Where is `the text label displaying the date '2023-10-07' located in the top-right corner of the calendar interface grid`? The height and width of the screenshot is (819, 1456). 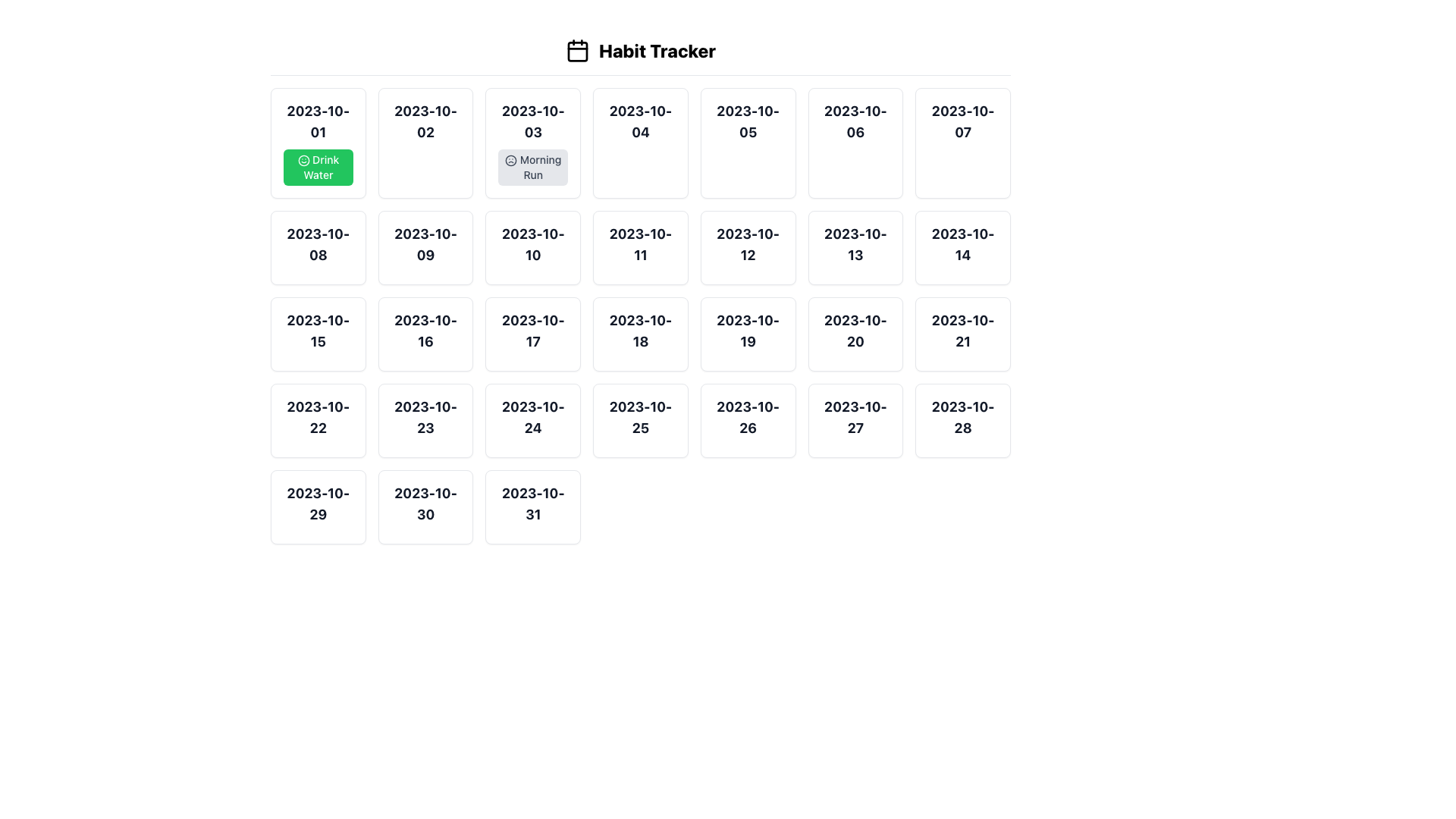 the text label displaying the date '2023-10-07' located in the top-right corner of the calendar interface grid is located at coordinates (962, 121).